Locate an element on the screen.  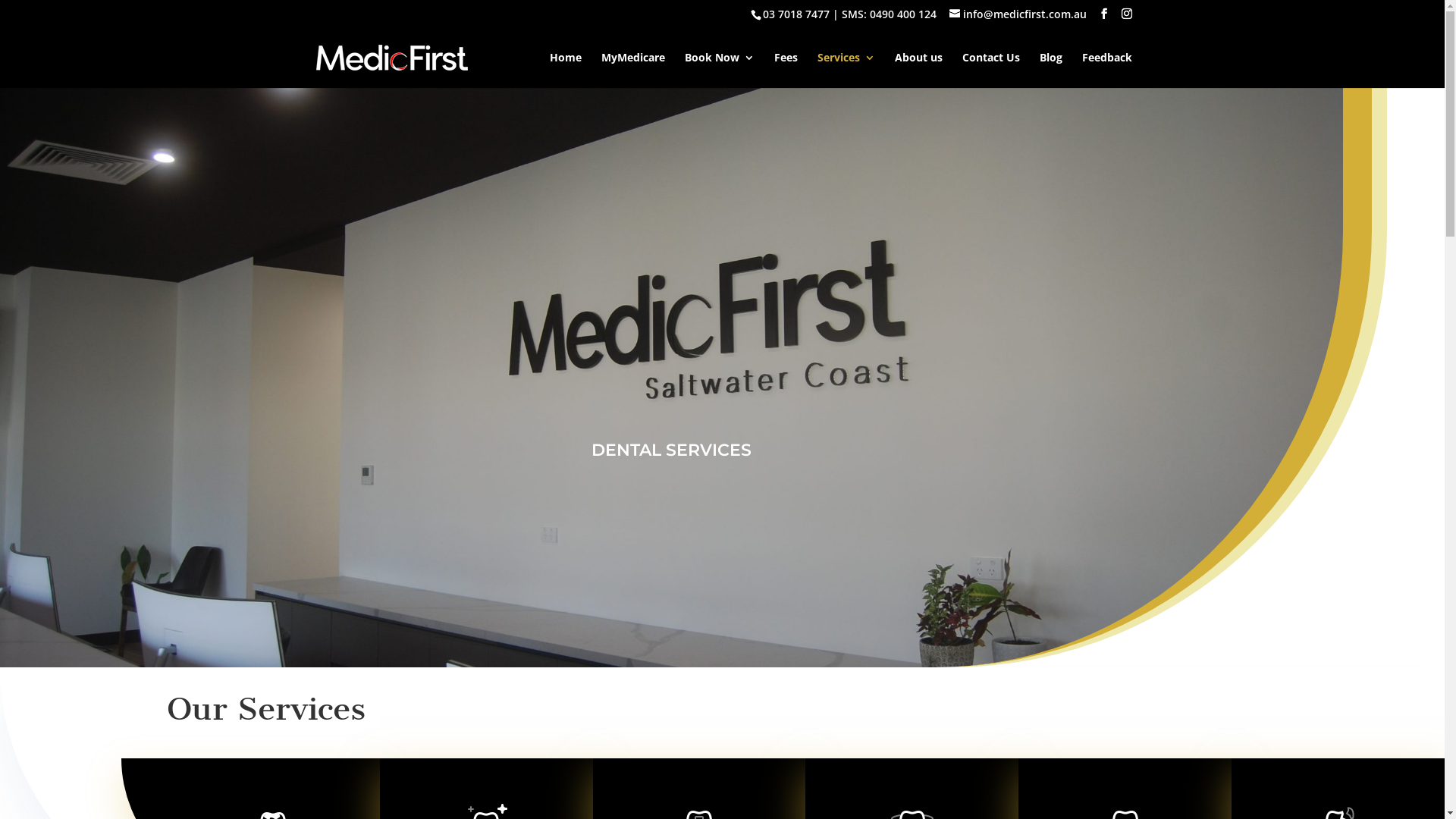
'Contact Us' is located at coordinates (990, 70).